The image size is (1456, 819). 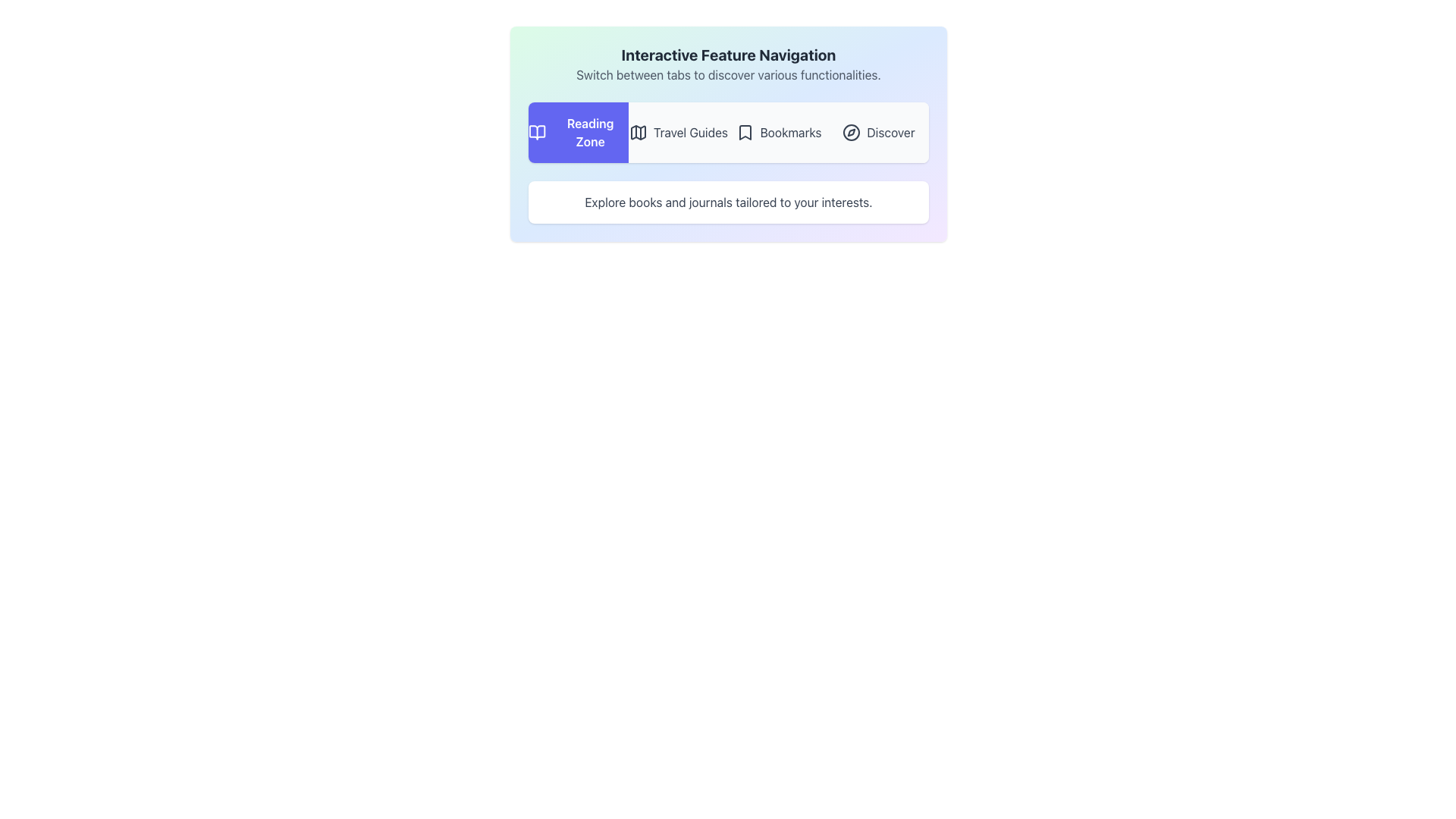 I want to click on the compass-like icon located in the fourth tab of the tabbed navigation bar labeled 'Discover', so click(x=852, y=131).